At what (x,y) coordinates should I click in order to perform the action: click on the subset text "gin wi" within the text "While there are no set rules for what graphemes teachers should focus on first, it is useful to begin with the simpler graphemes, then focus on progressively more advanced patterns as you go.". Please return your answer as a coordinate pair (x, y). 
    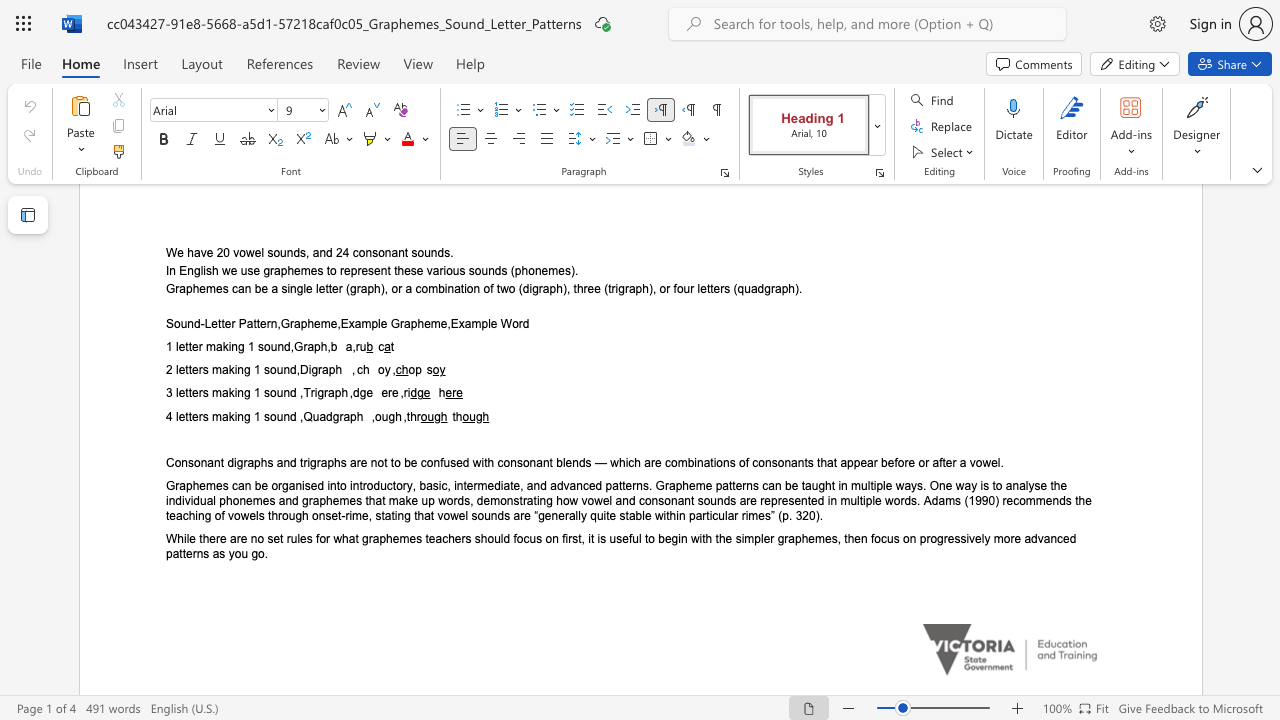
    Looking at the image, I should click on (671, 538).